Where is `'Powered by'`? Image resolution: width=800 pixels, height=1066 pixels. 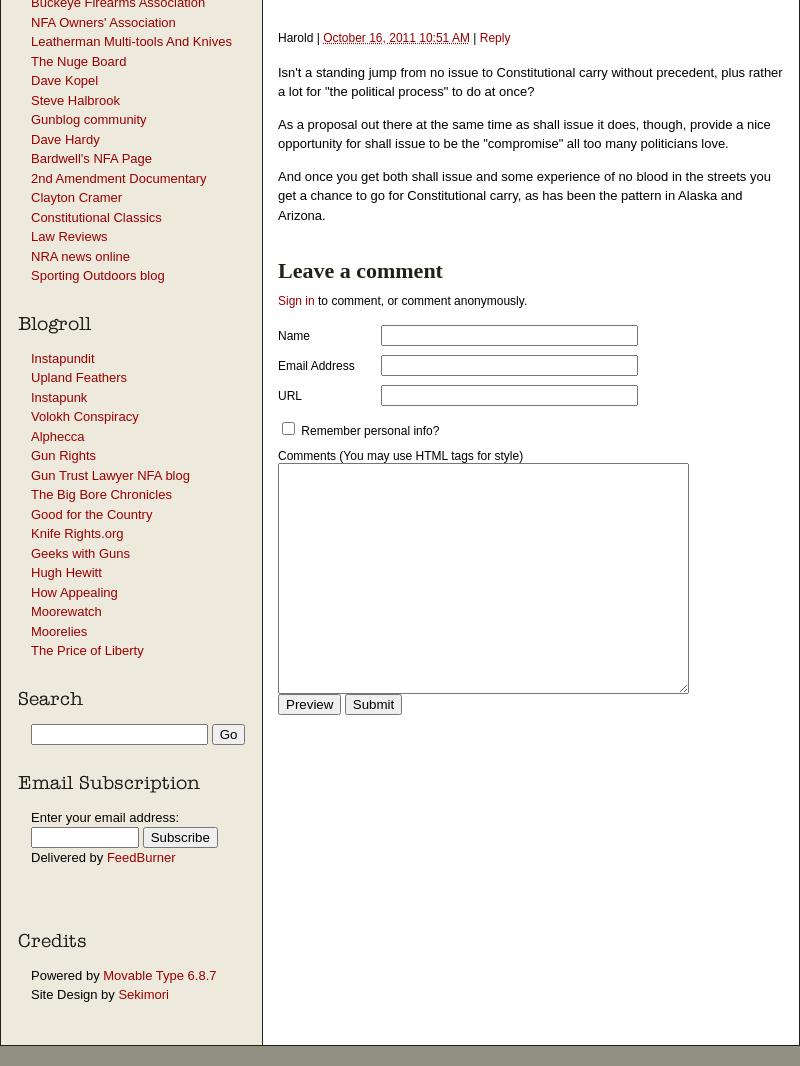 'Powered by' is located at coordinates (67, 974).